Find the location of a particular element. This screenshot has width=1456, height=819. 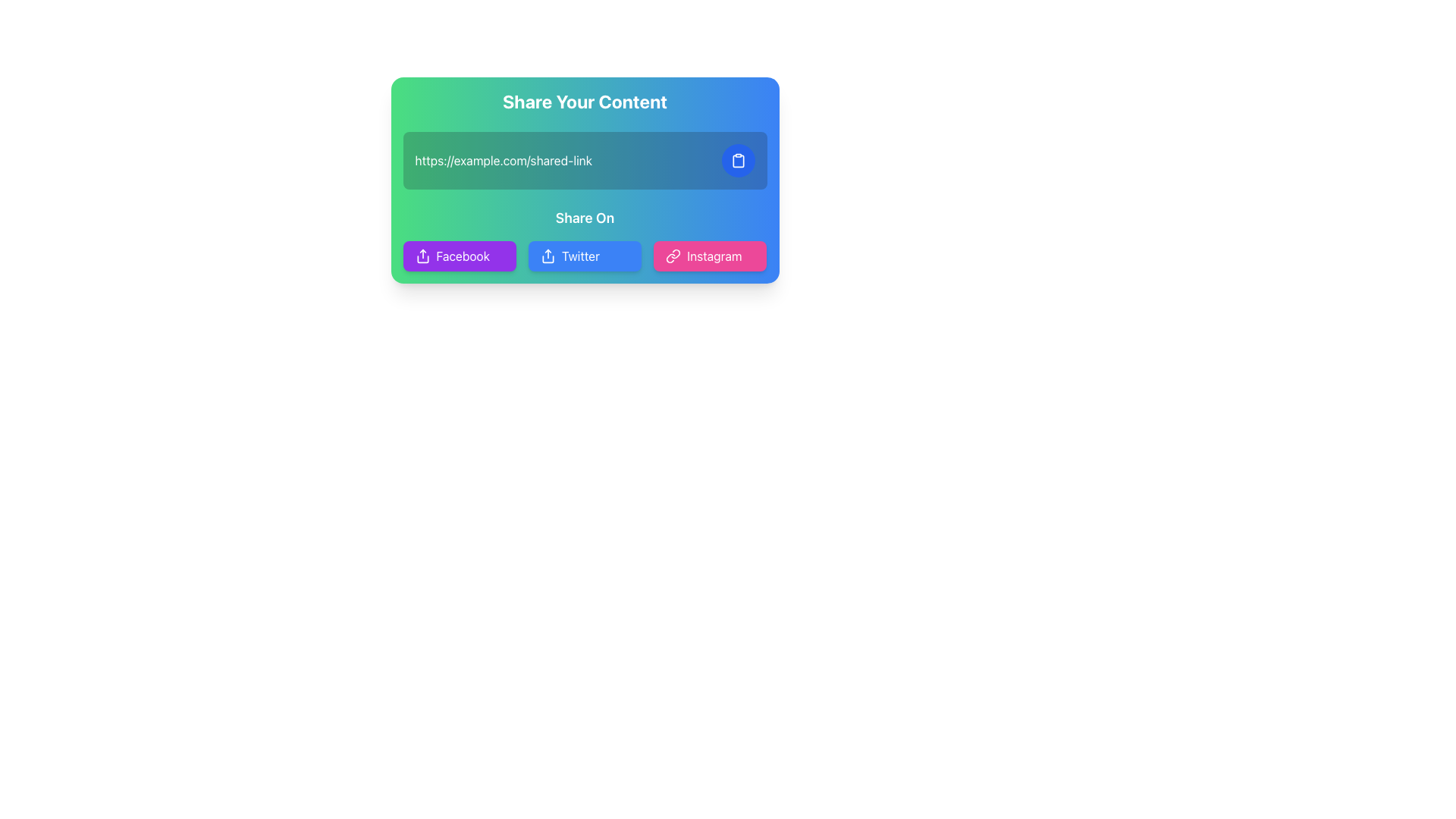

the 'Share On' header and the interactive buttons of the sharing interface located within the Composite component below the text entry box is located at coordinates (584, 239).